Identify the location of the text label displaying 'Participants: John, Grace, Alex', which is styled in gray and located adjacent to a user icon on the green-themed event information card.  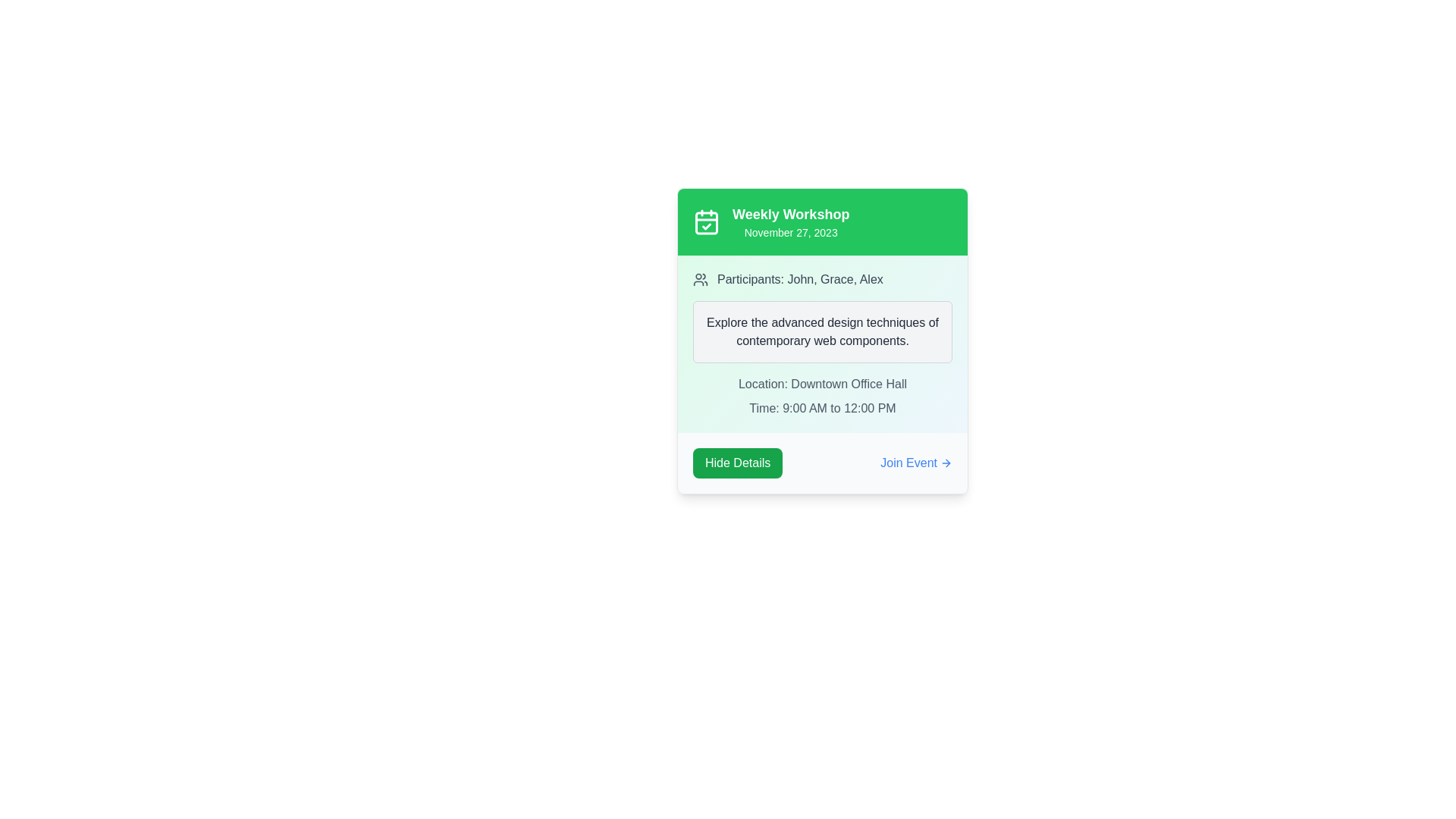
(799, 280).